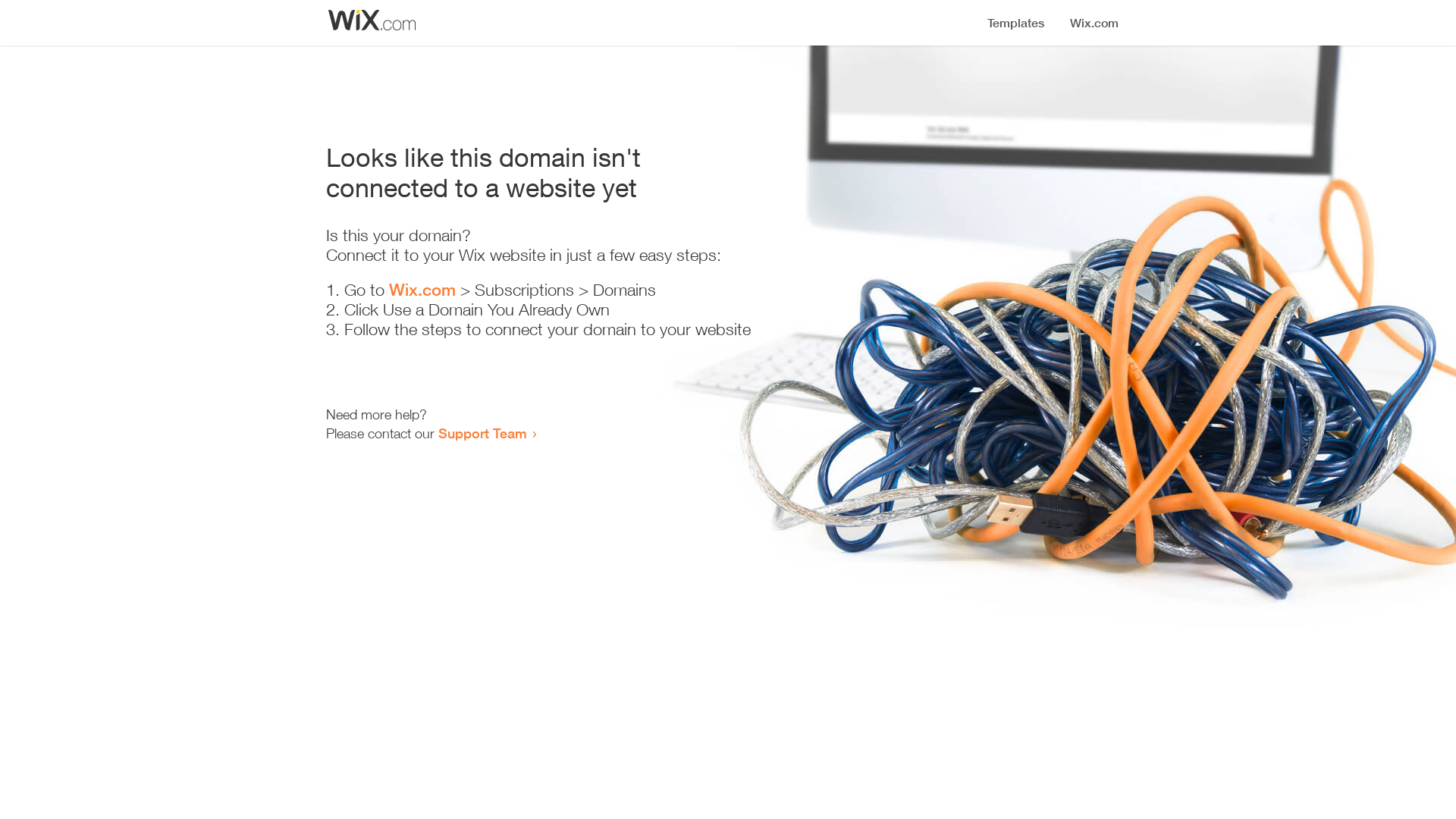 Image resolution: width=1456 pixels, height=819 pixels. Describe the element at coordinates (482, 432) in the screenshot. I see `'Support Team'` at that location.